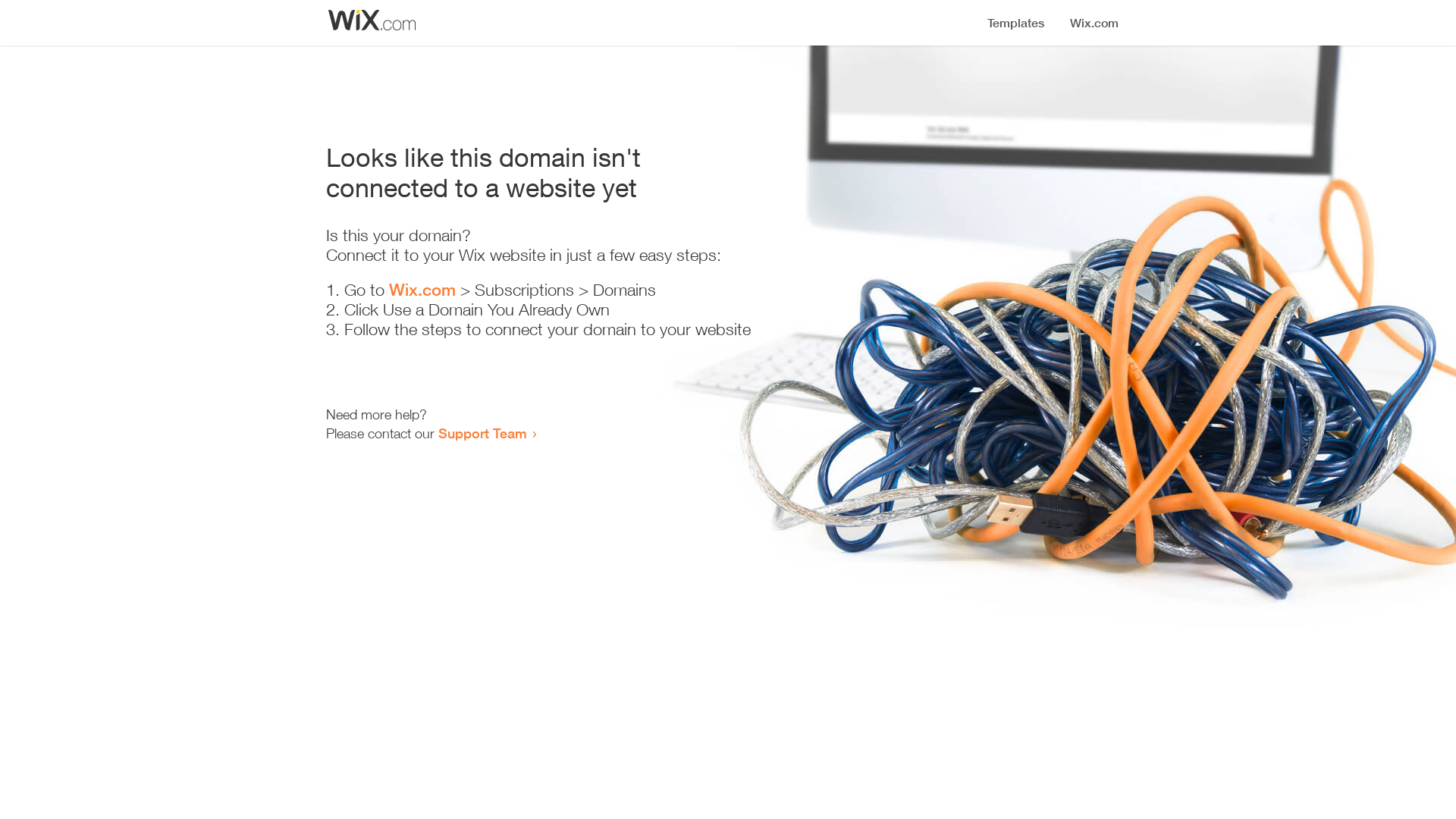 Image resolution: width=1456 pixels, height=819 pixels. Describe the element at coordinates (482, 432) in the screenshot. I see `'Support Team'` at that location.